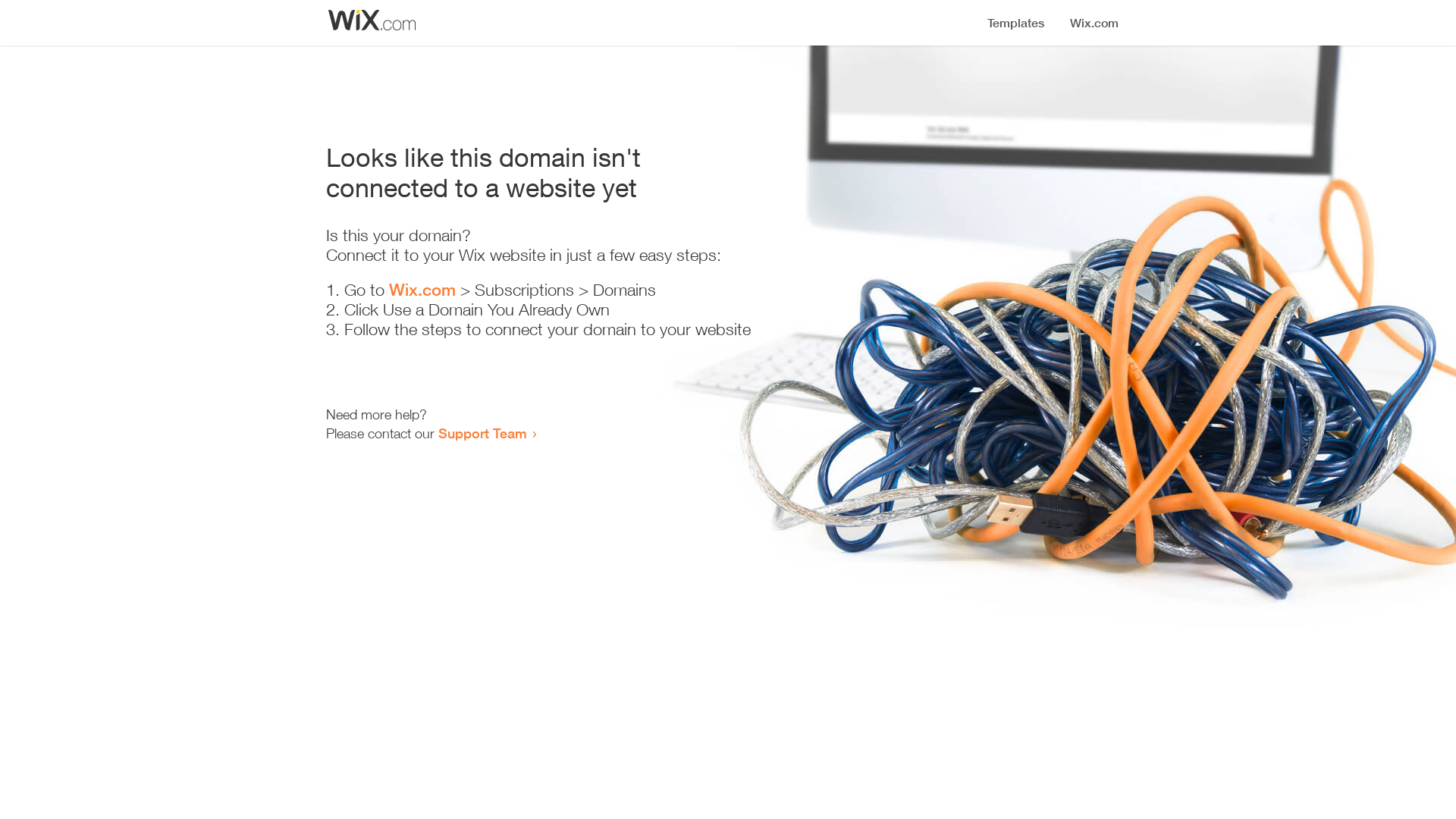 Image resolution: width=1456 pixels, height=819 pixels. Describe the element at coordinates (482, 432) in the screenshot. I see `'Support Team'` at that location.